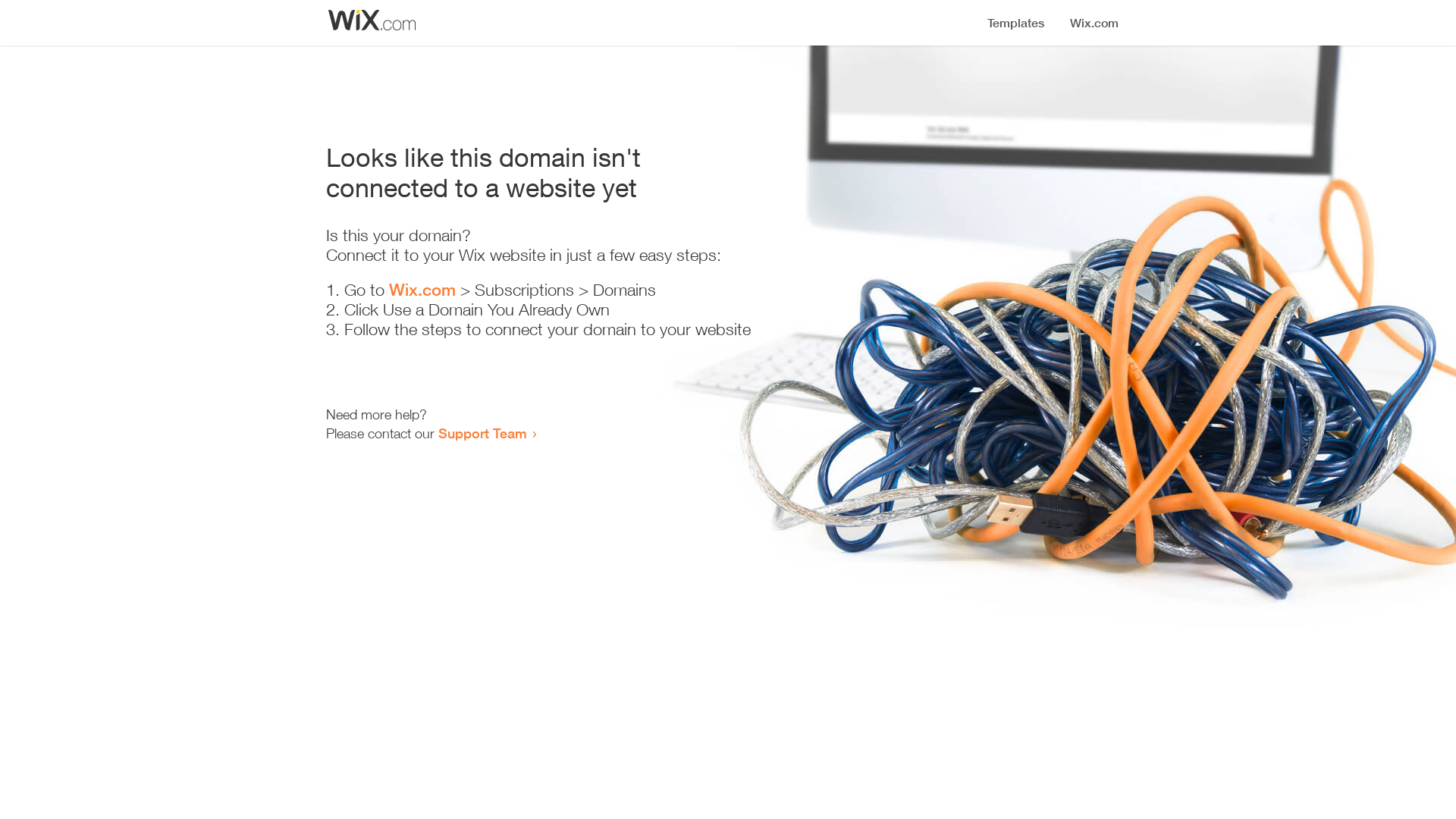 Image resolution: width=1456 pixels, height=819 pixels. Describe the element at coordinates (482, 432) in the screenshot. I see `'Support Team'` at that location.